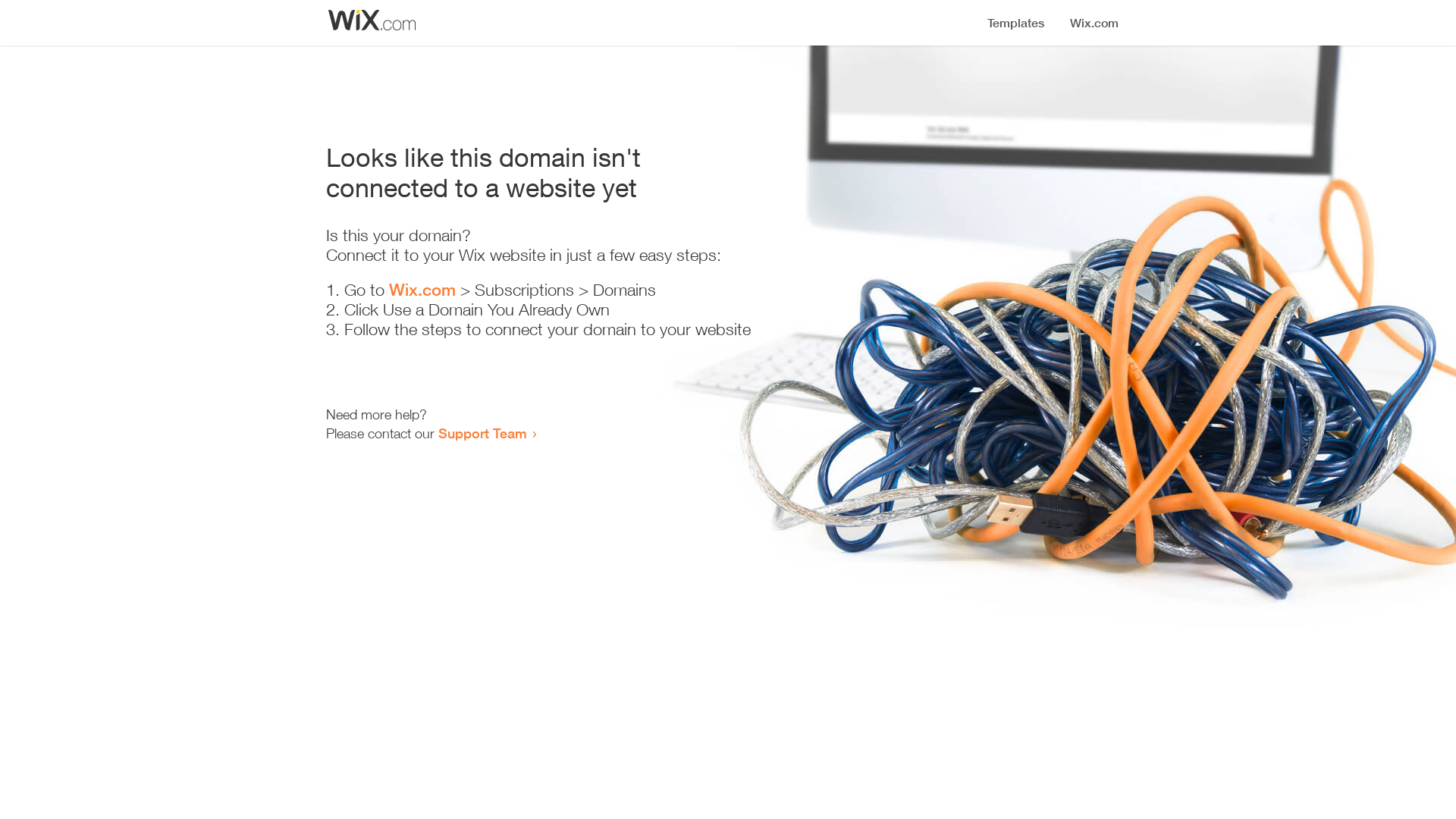 Image resolution: width=1456 pixels, height=819 pixels. Describe the element at coordinates (482, 432) in the screenshot. I see `'Support Team'` at that location.